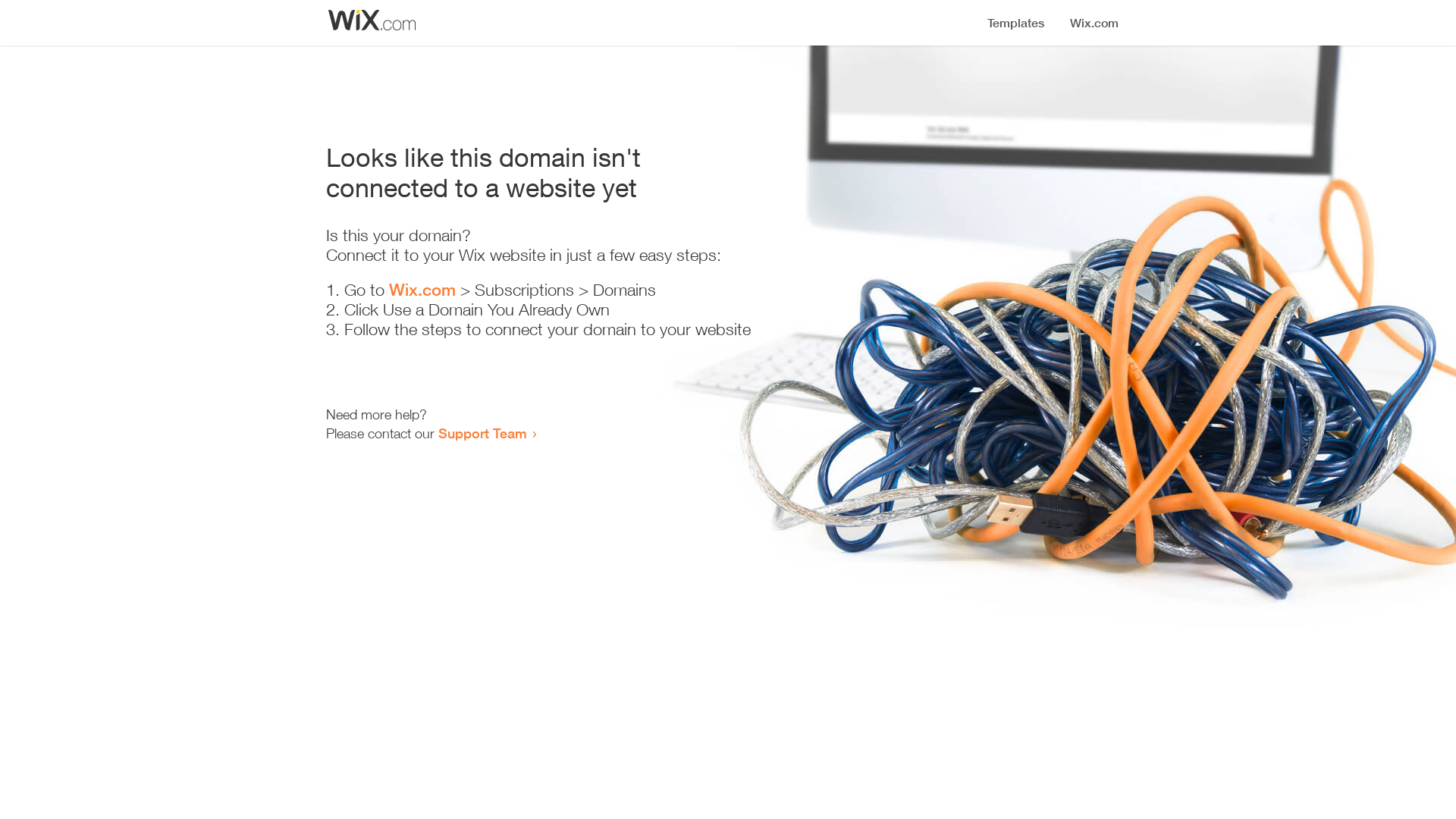 Image resolution: width=1456 pixels, height=819 pixels. Describe the element at coordinates (482, 432) in the screenshot. I see `'Support Team'` at that location.